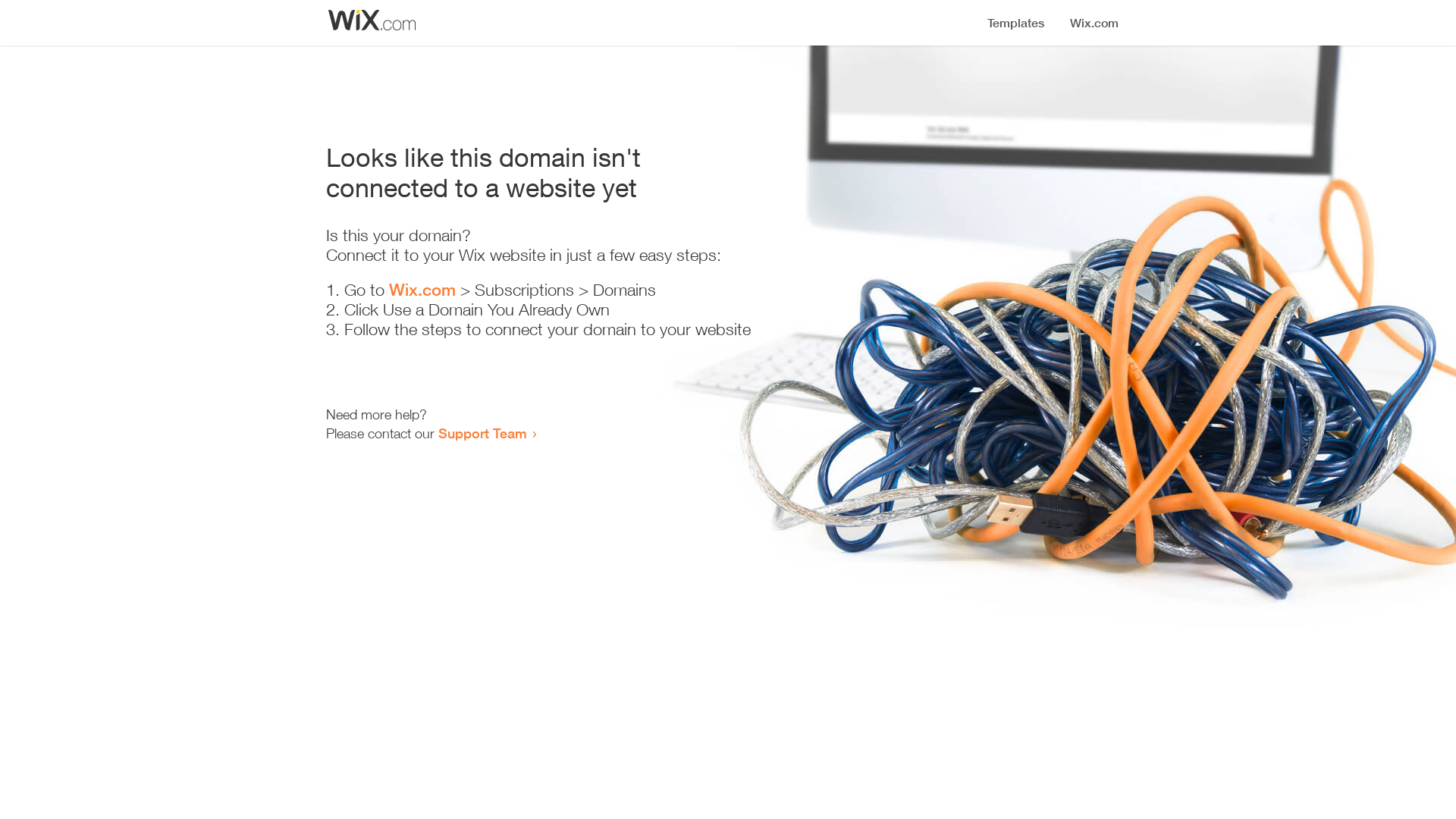 Image resolution: width=1456 pixels, height=819 pixels. Describe the element at coordinates (482, 432) in the screenshot. I see `'Support Team'` at that location.